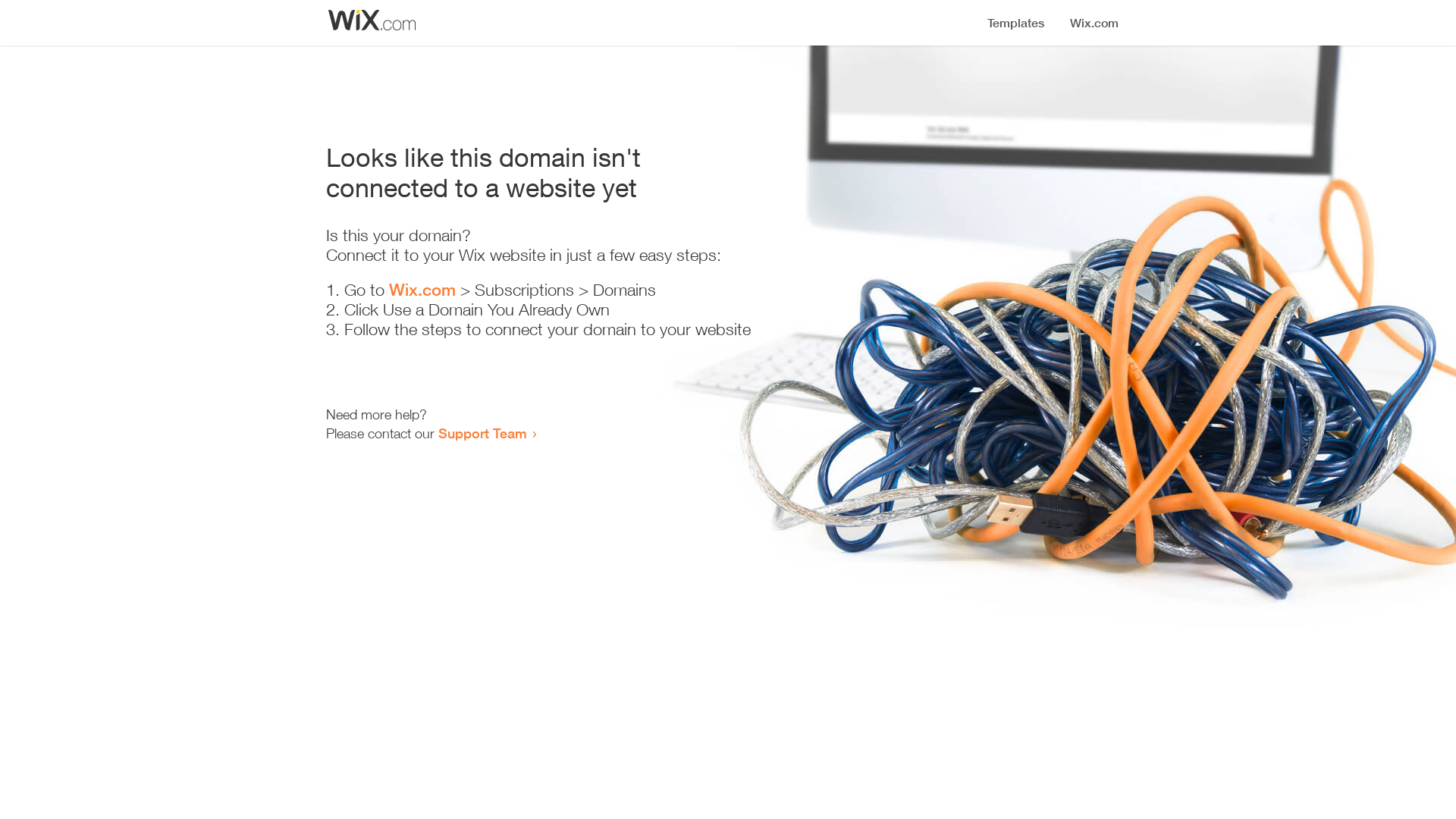 Image resolution: width=1456 pixels, height=819 pixels. Describe the element at coordinates (482, 432) in the screenshot. I see `'Support Team'` at that location.